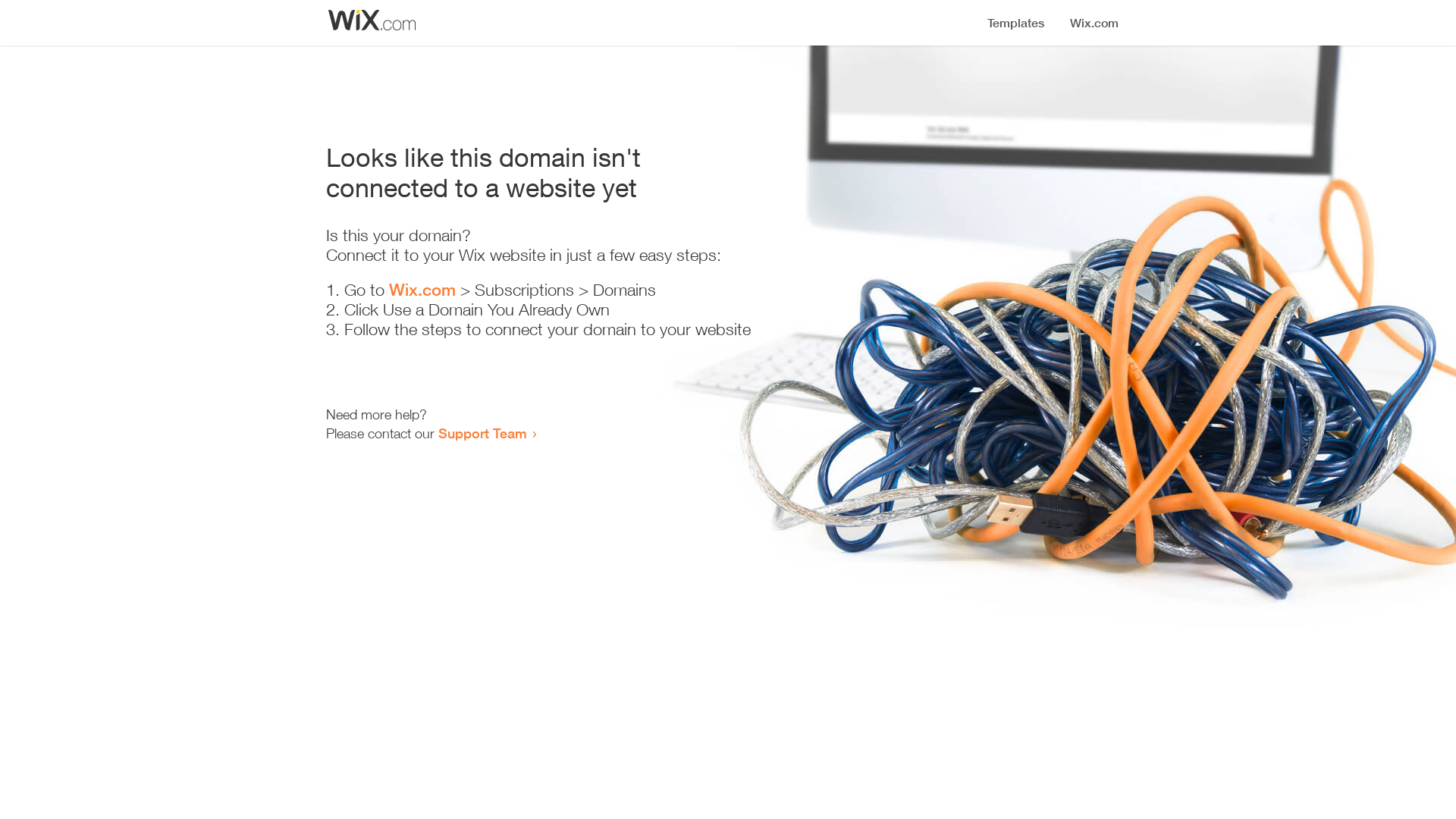 Image resolution: width=1456 pixels, height=819 pixels. Describe the element at coordinates (482, 432) in the screenshot. I see `'Support Team'` at that location.